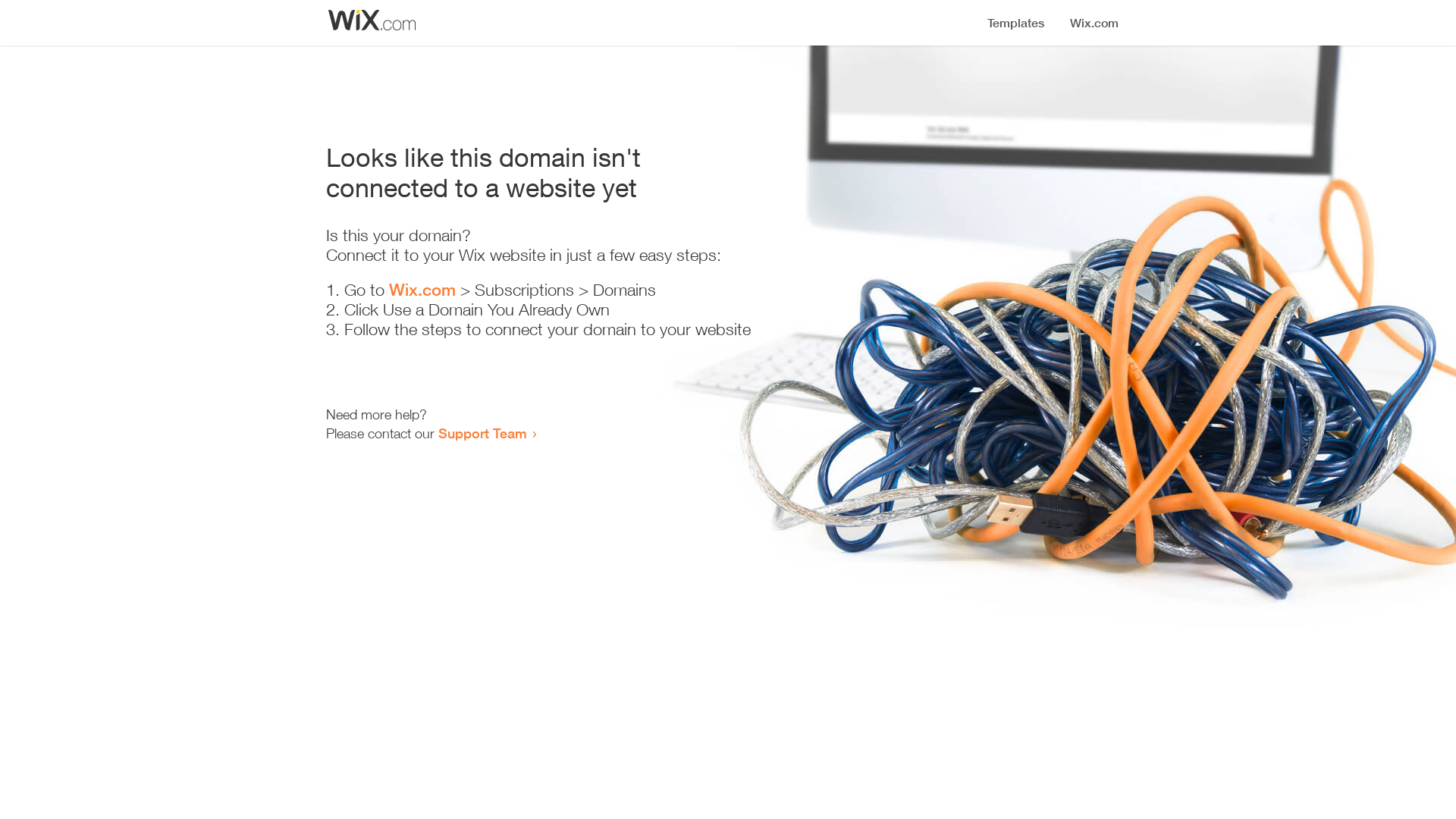 Image resolution: width=1456 pixels, height=819 pixels. Describe the element at coordinates (482, 432) in the screenshot. I see `'Support Team'` at that location.